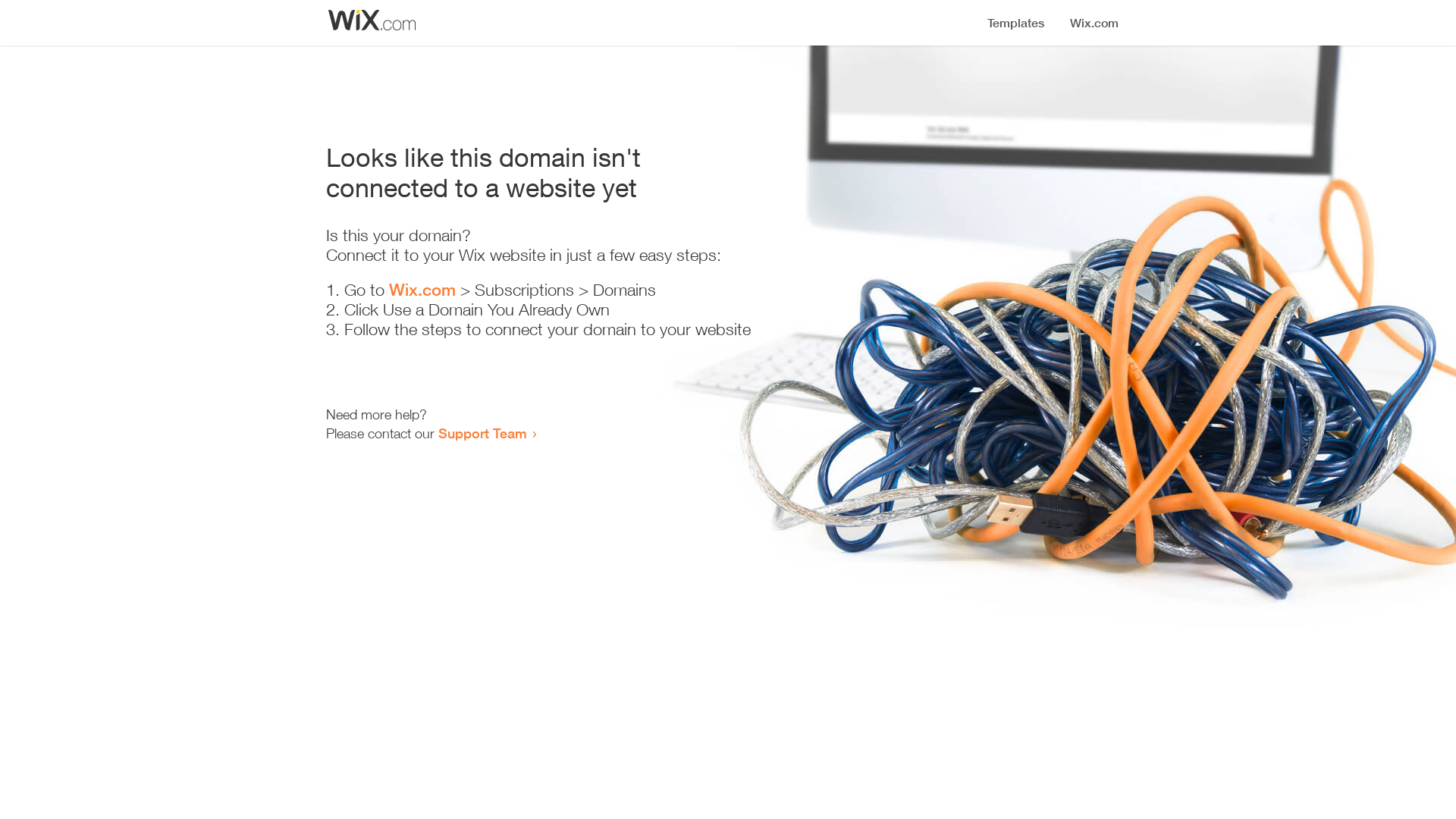 Image resolution: width=1456 pixels, height=819 pixels. Describe the element at coordinates (482, 432) in the screenshot. I see `'Support Team'` at that location.